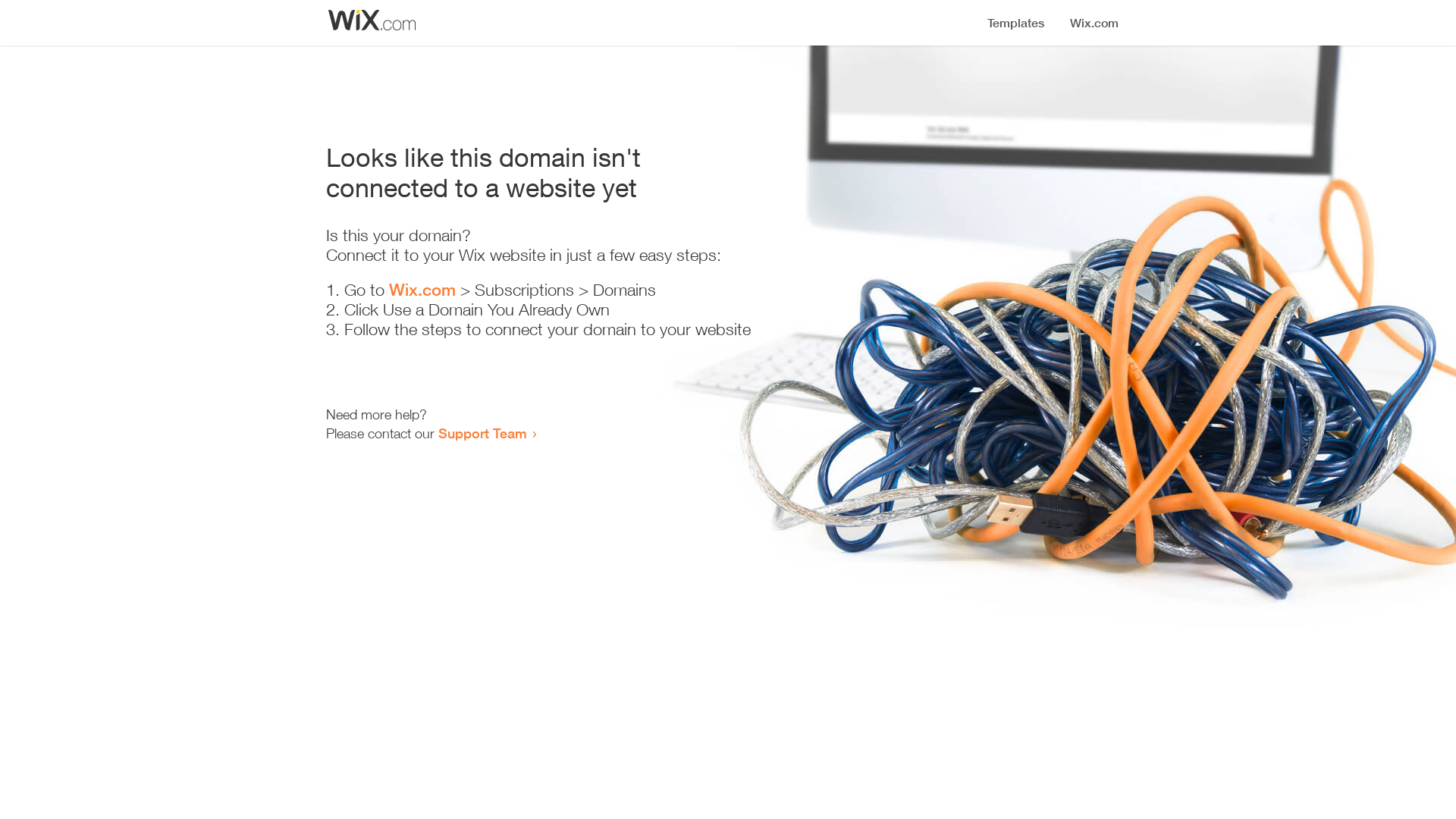 Image resolution: width=1456 pixels, height=819 pixels. Describe the element at coordinates (482, 432) in the screenshot. I see `'Support Team'` at that location.